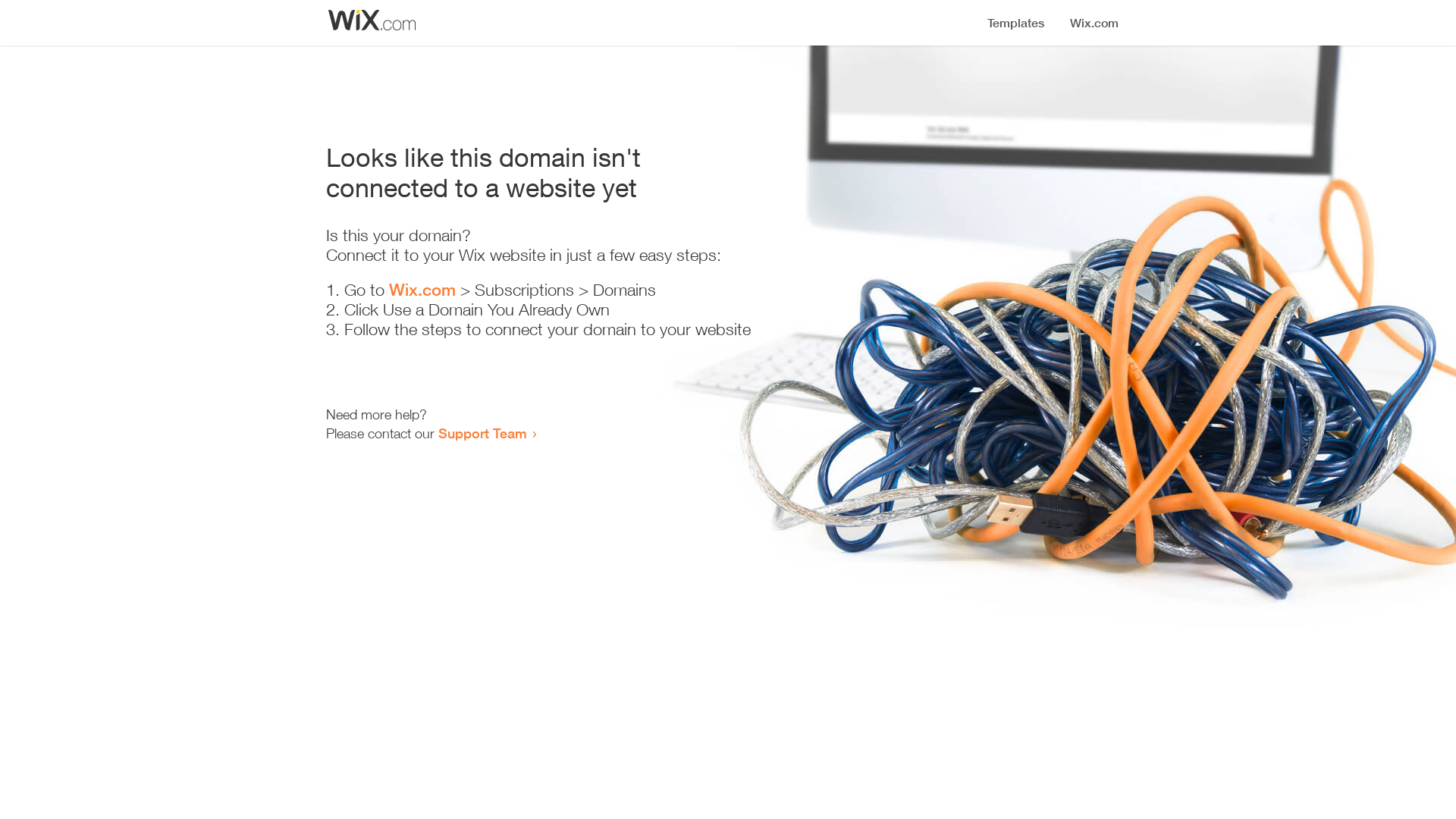 Image resolution: width=1456 pixels, height=819 pixels. Describe the element at coordinates (482, 432) in the screenshot. I see `'Support Team'` at that location.